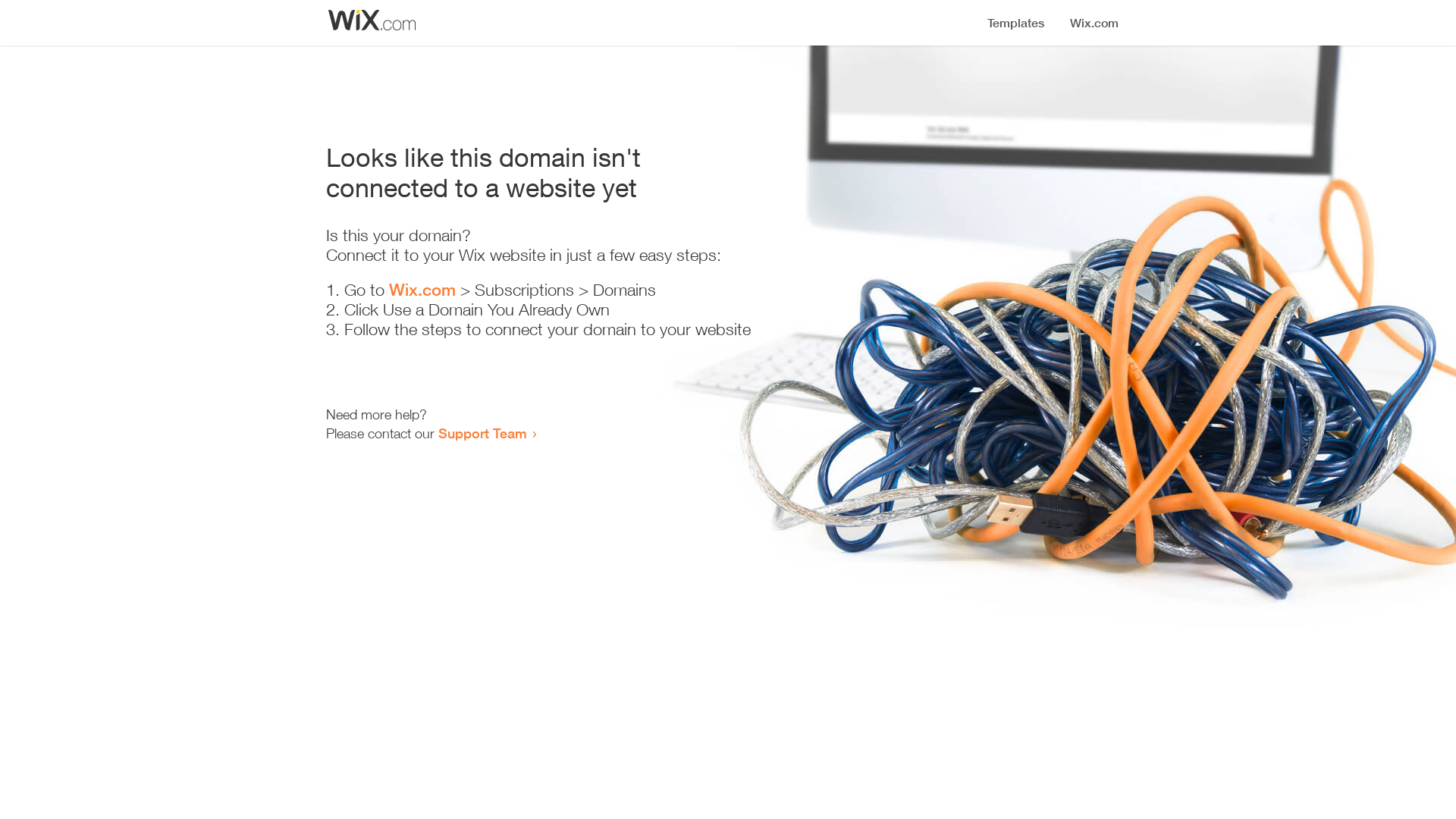 Image resolution: width=1456 pixels, height=819 pixels. Describe the element at coordinates (482, 432) in the screenshot. I see `'Support Team'` at that location.